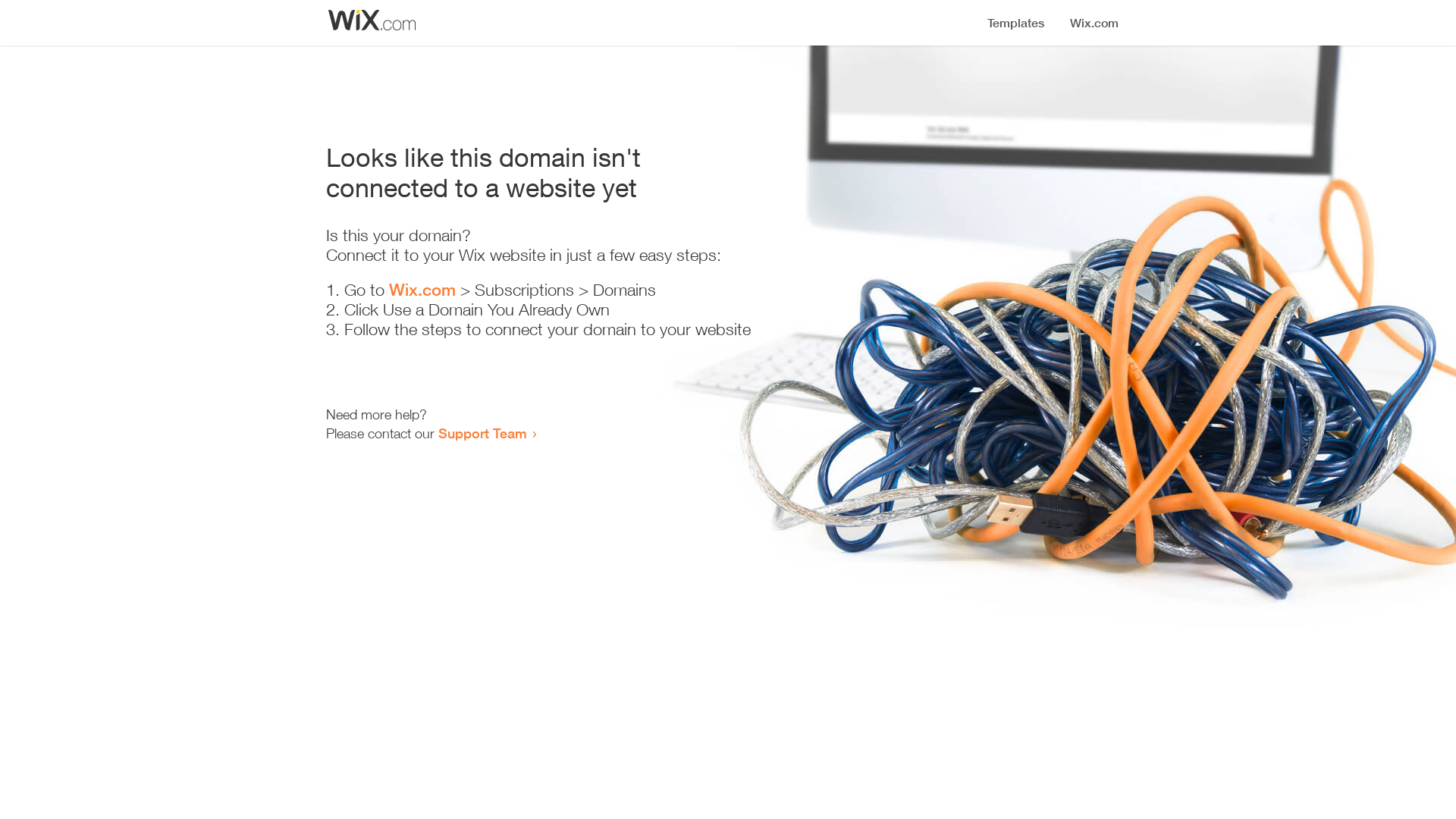 Image resolution: width=1456 pixels, height=819 pixels. Describe the element at coordinates (482, 432) in the screenshot. I see `'Support Team'` at that location.